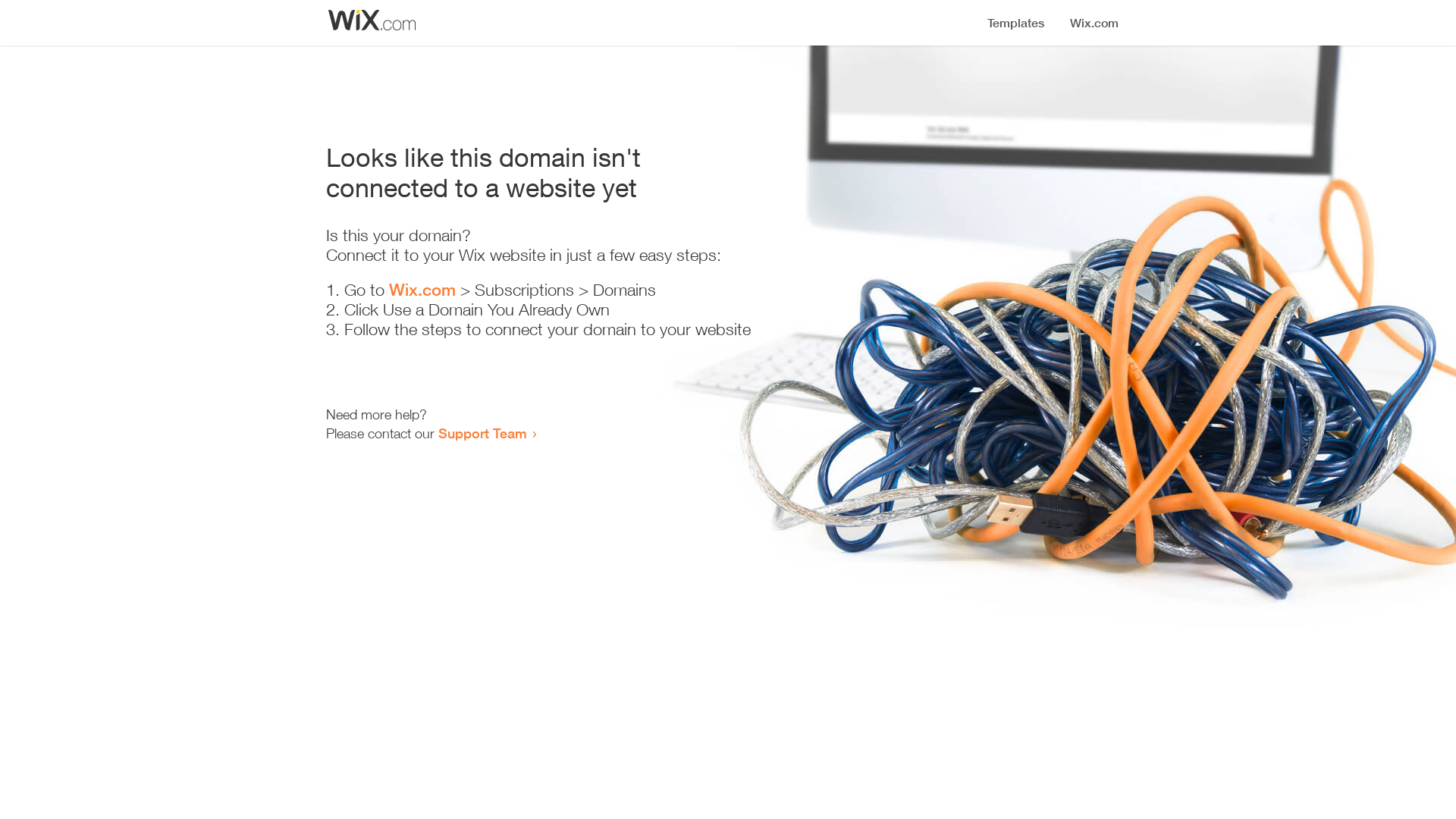 Image resolution: width=1456 pixels, height=819 pixels. Describe the element at coordinates (482, 432) in the screenshot. I see `'Support Team'` at that location.